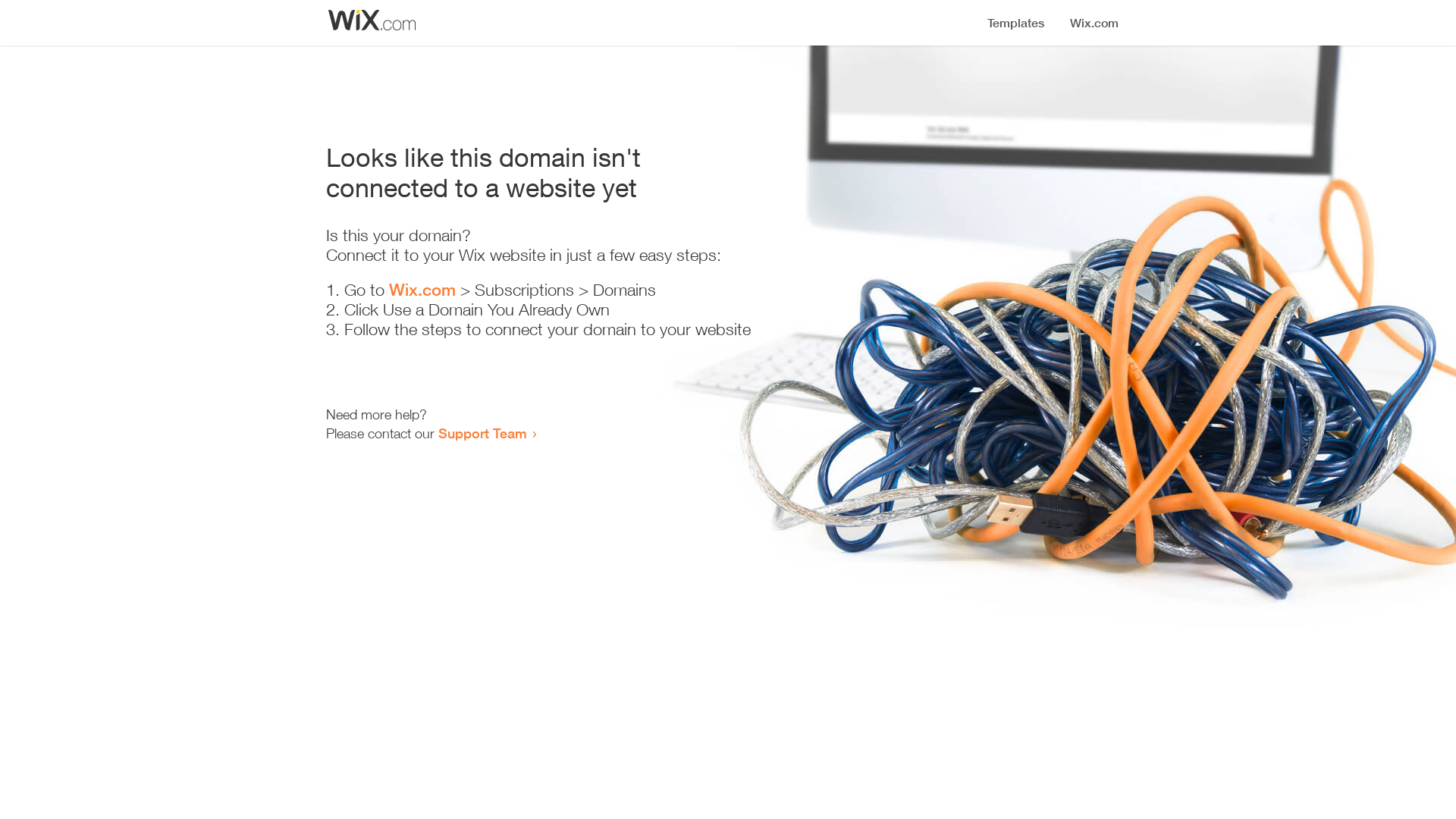 Image resolution: width=1456 pixels, height=819 pixels. Describe the element at coordinates (482, 432) in the screenshot. I see `'Support Team'` at that location.